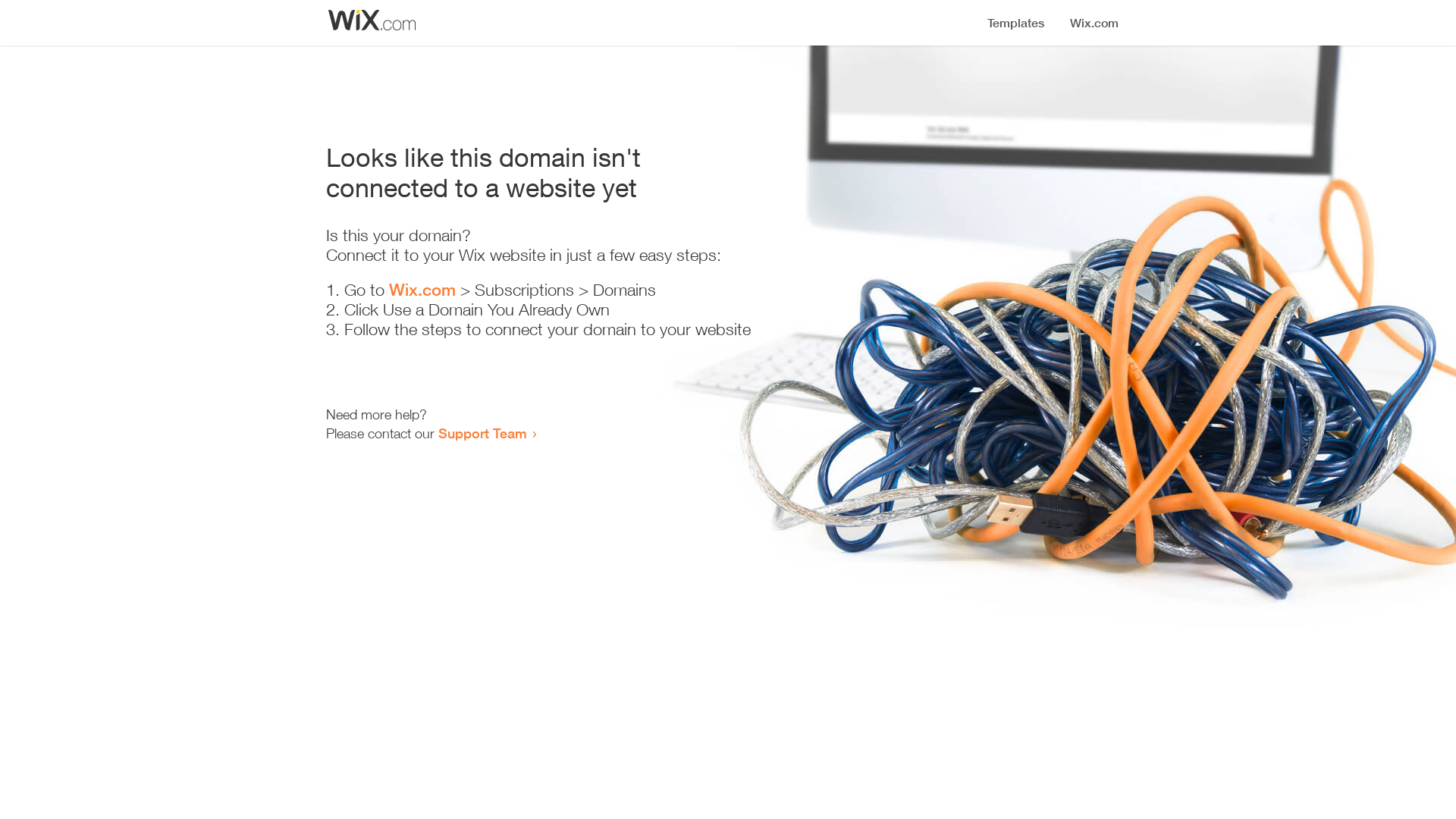 Image resolution: width=1456 pixels, height=819 pixels. Describe the element at coordinates (482, 432) in the screenshot. I see `'Support Team'` at that location.